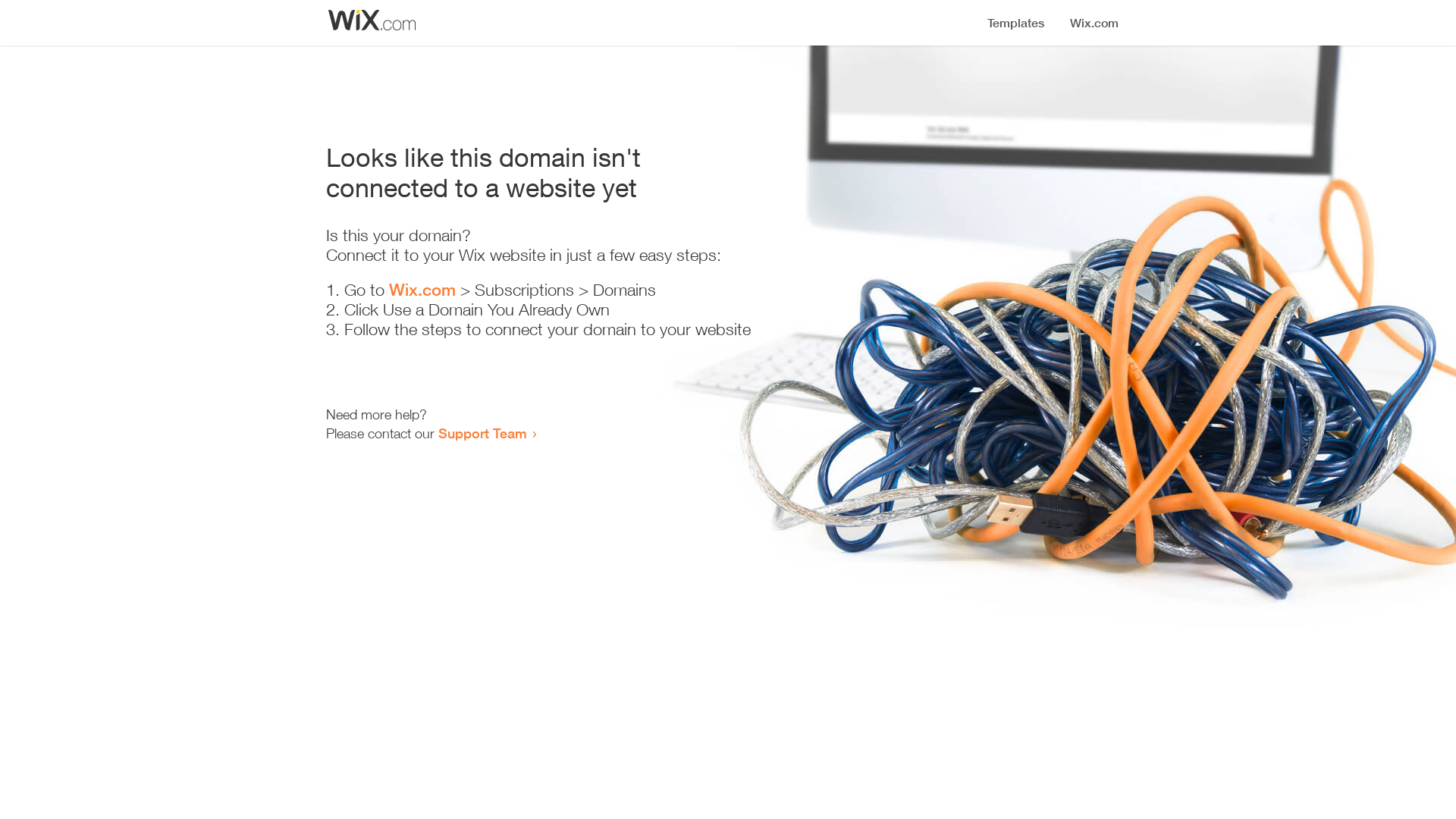 Image resolution: width=1456 pixels, height=819 pixels. Describe the element at coordinates (482, 432) in the screenshot. I see `'Support Team'` at that location.